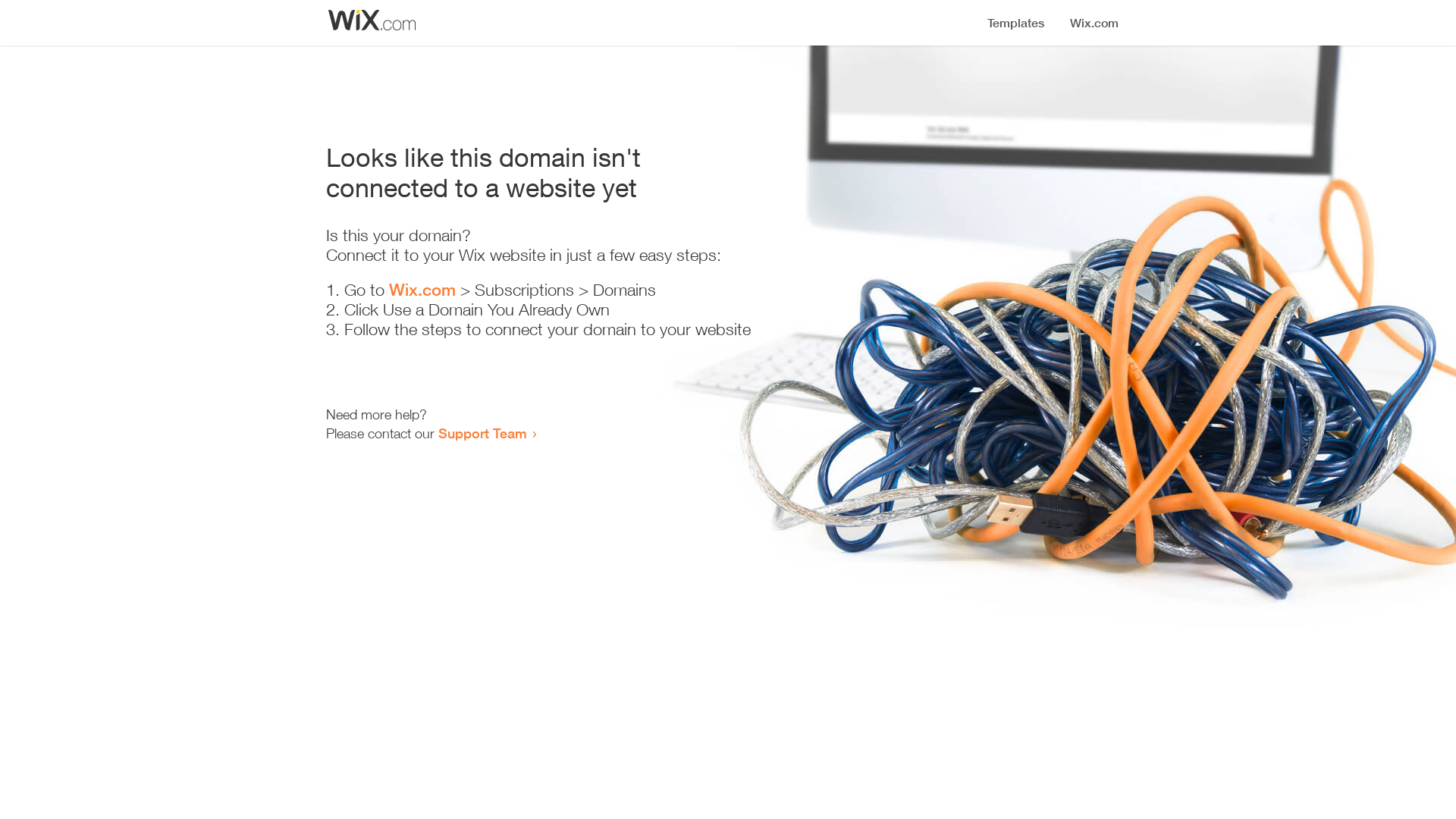 Image resolution: width=1456 pixels, height=819 pixels. Describe the element at coordinates (482, 432) in the screenshot. I see `'Support Team'` at that location.